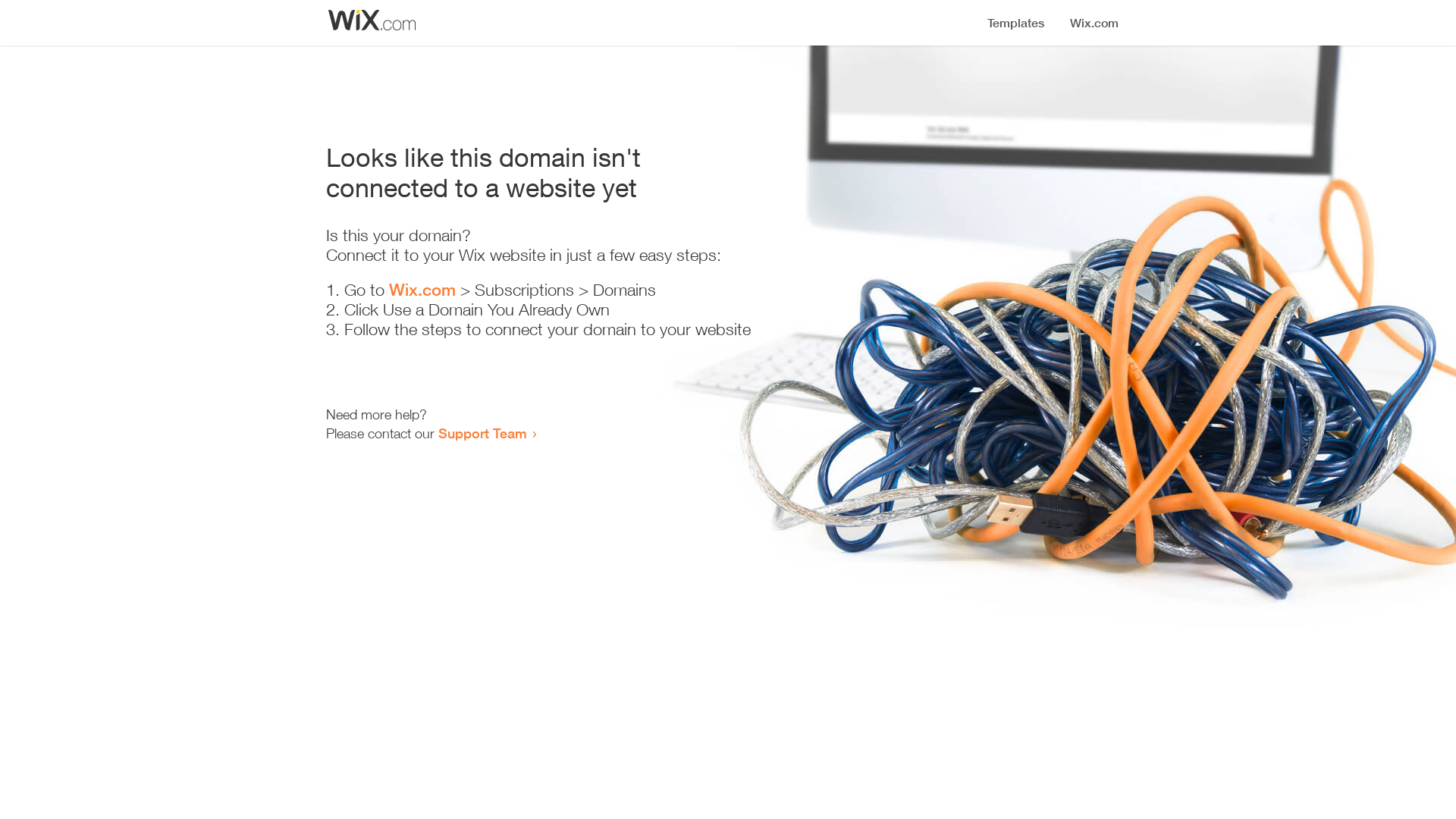 Image resolution: width=1456 pixels, height=819 pixels. Describe the element at coordinates (482, 432) in the screenshot. I see `'Support Team'` at that location.